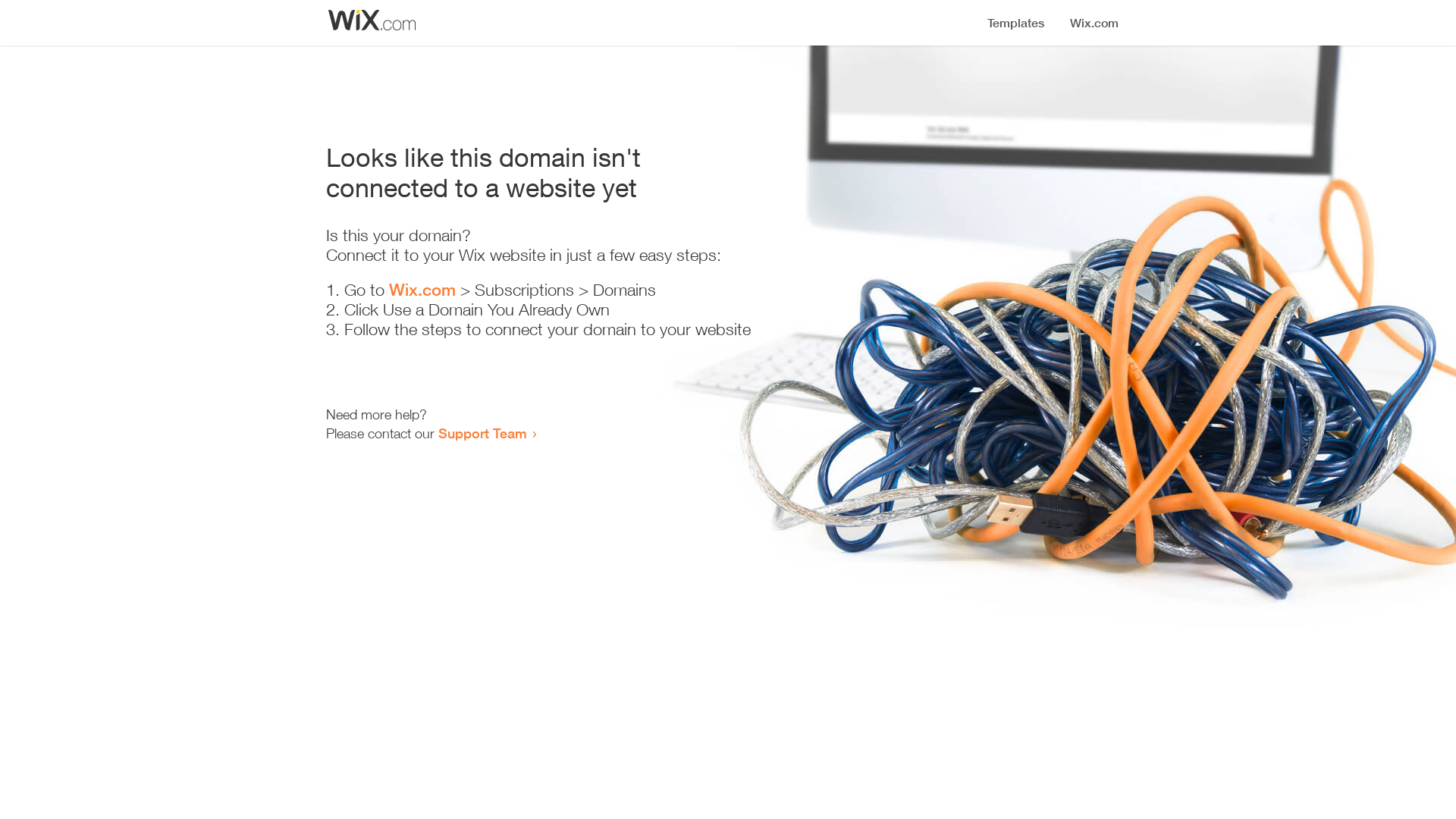 Image resolution: width=1456 pixels, height=819 pixels. Describe the element at coordinates (482, 432) in the screenshot. I see `'Support Team'` at that location.